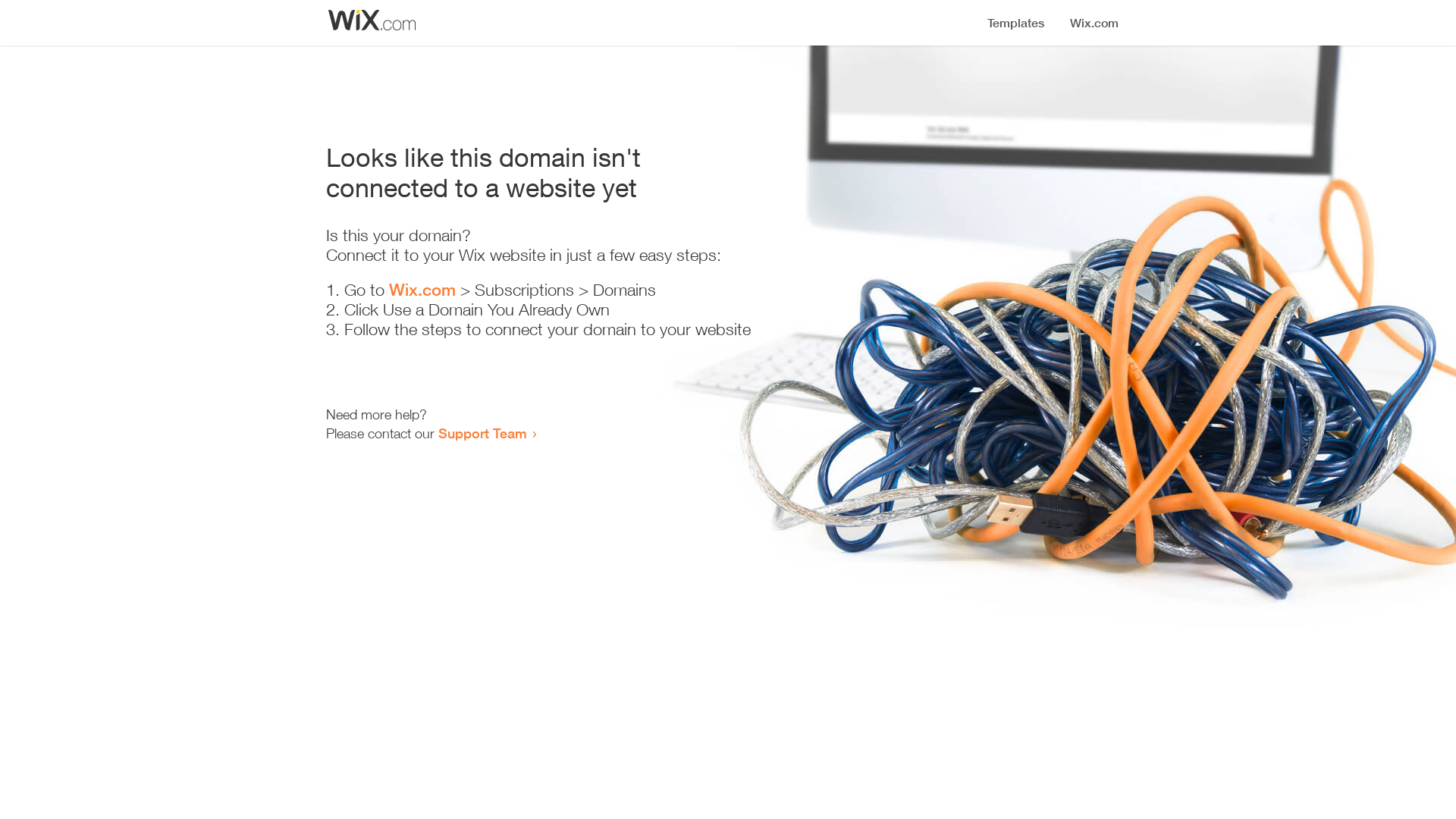 Image resolution: width=1456 pixels, height=819 pixels. Describe the element at coordinates (482, 432) in the screenshot. I see `'Support Team'` at that location.